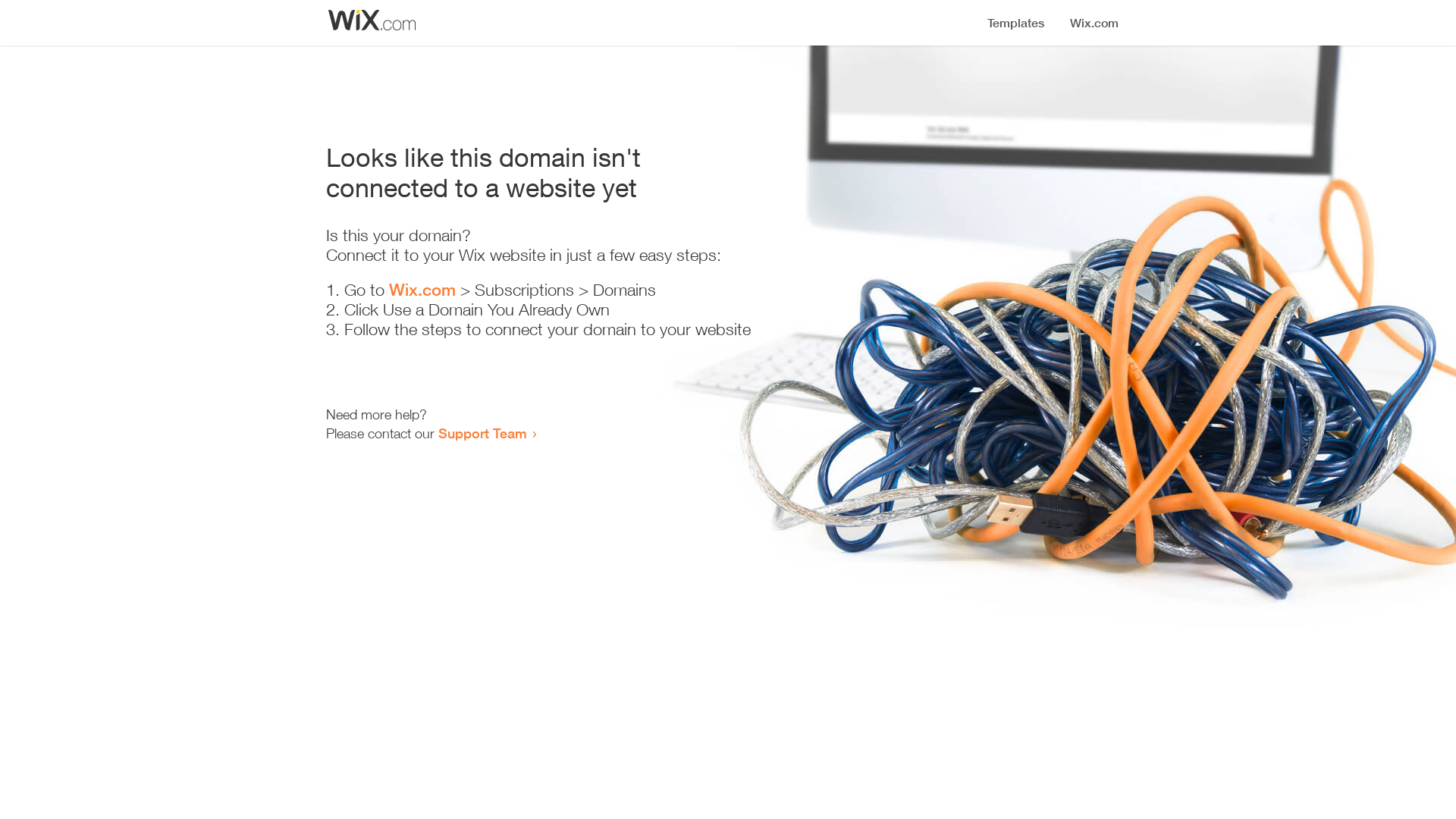 Image resolution: width=1456 pixels, height=819 pixels. Describe the element at coordinates (482, 432) in the screenshot. I see `'Support Team'` at that location.